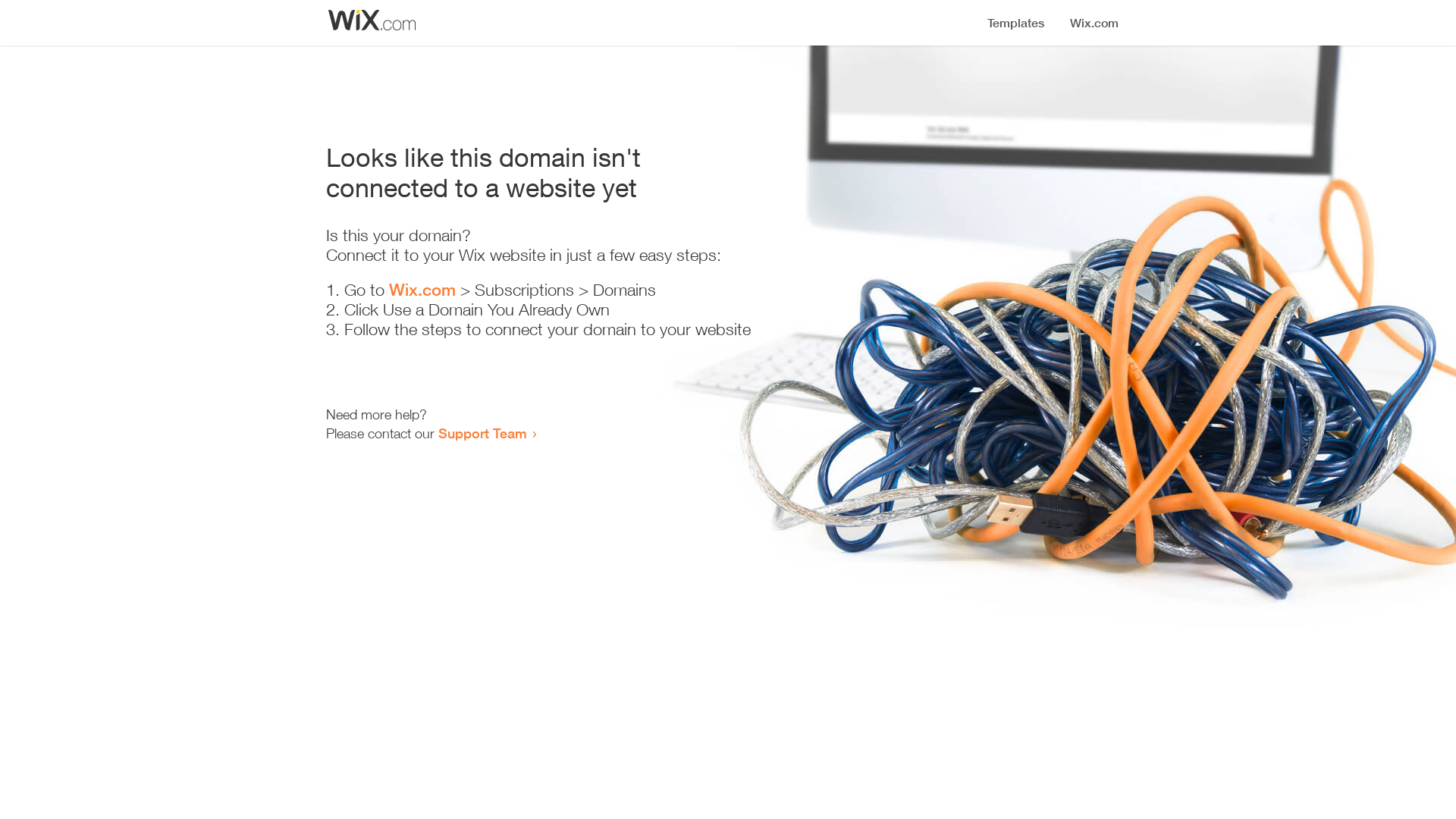 Image resolution: width=1456 pixels, height=819 pixels. Describe the element at coordinates (482, 432) in the screenshot. I see `'Support Team'` at that location.